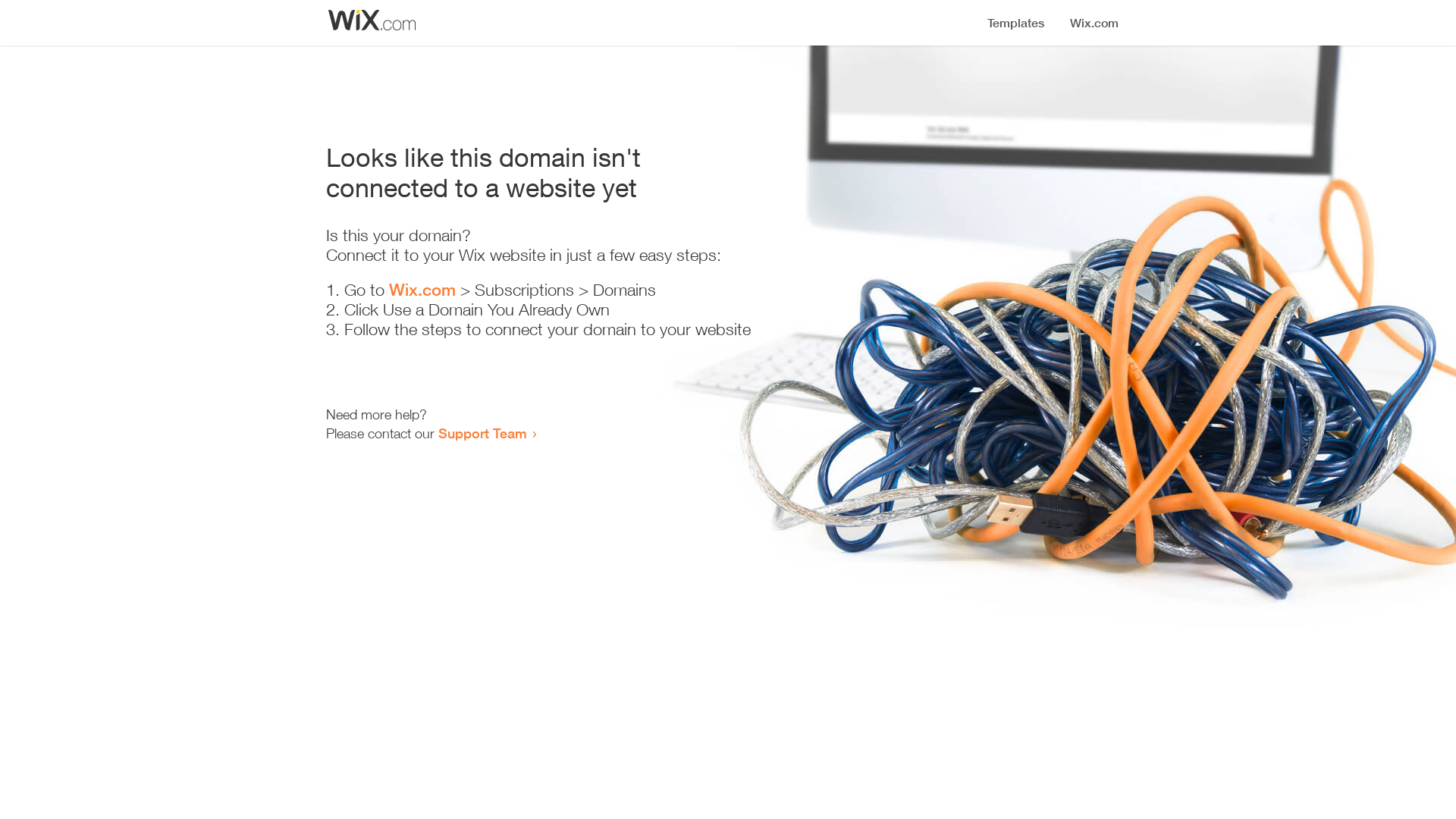 Image resolution: width=1456 pixels, height=819 pixels. Describe the element at coordinates (482, 432) in the screenshot. I see `'Support Team'` at that location.